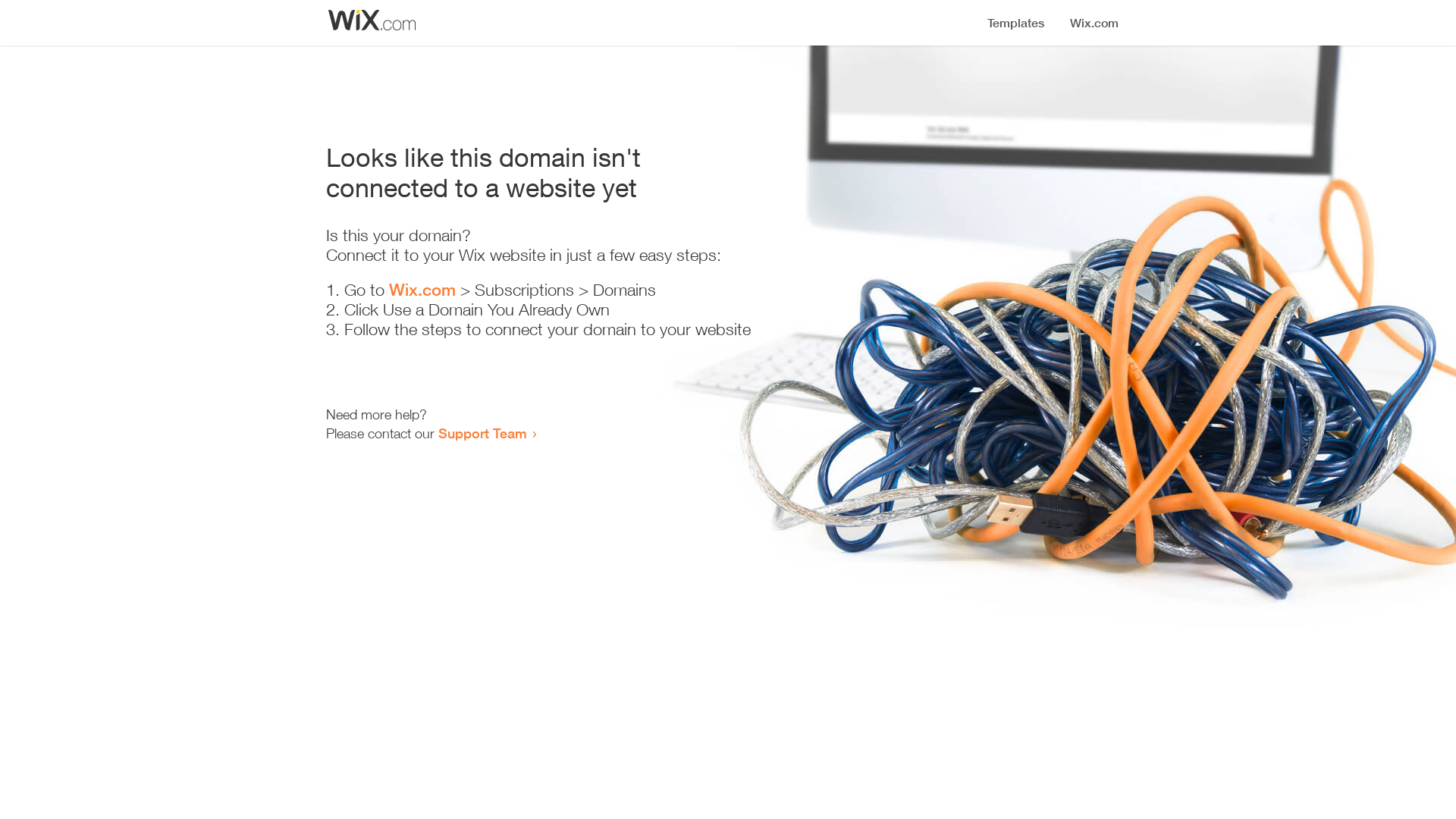 Image resolution: width=1456 pixels, height=819 pixels. Describe the element at coordinates (482, 432) in the screenshot. I see `'Support Team'` at that location.